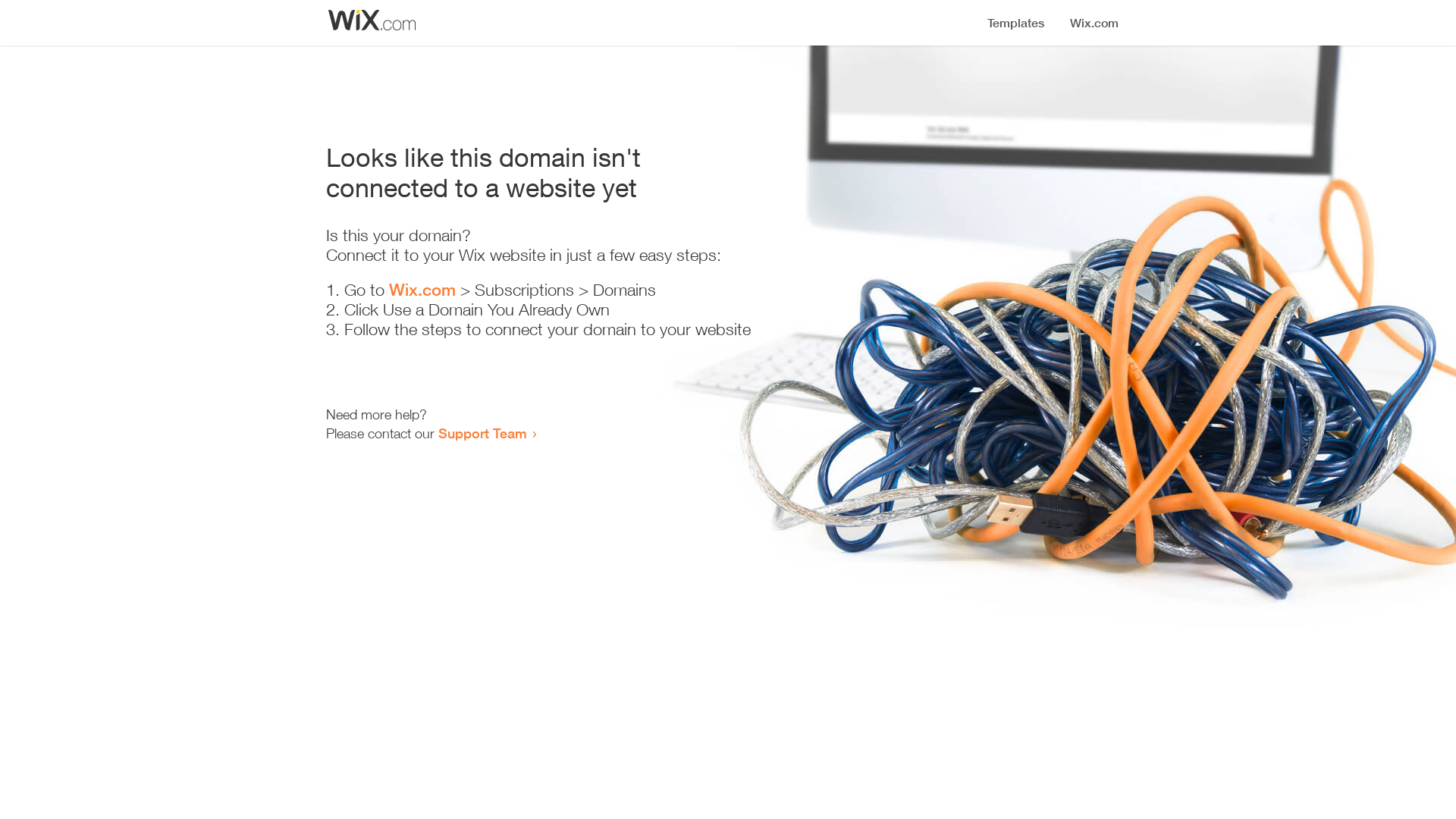 Image resolution: width=1456 pixels, height=819 pixels. Describe the element at coordinates (482, 432) in the screenshot. I see `'Support Team'` at that location.